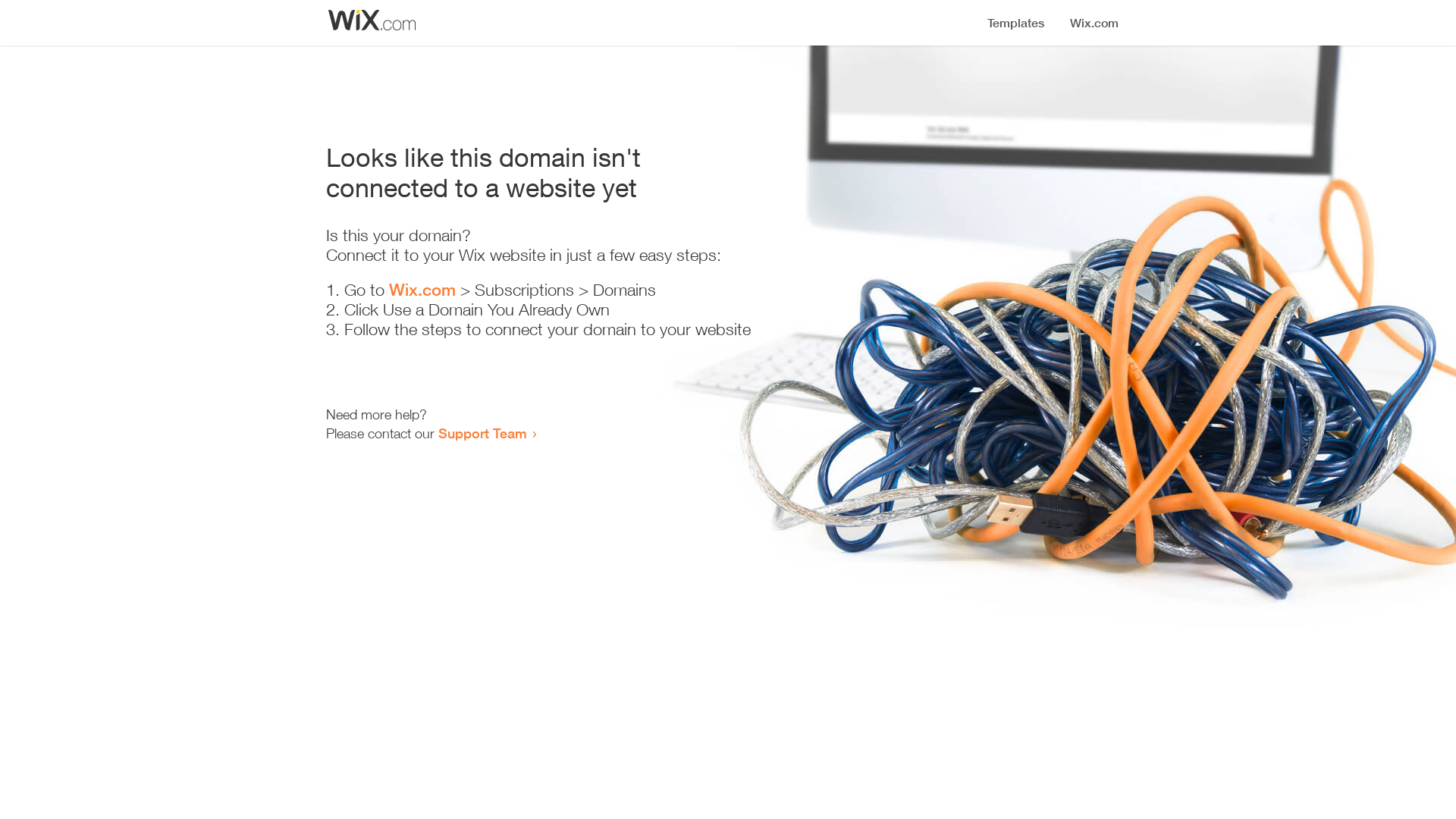 Image resolution: width=1456 pixels, height=819 pixels. Describe the element at coordinates (482, 432) in the screenshot. I see `'Support Team'` at that location.